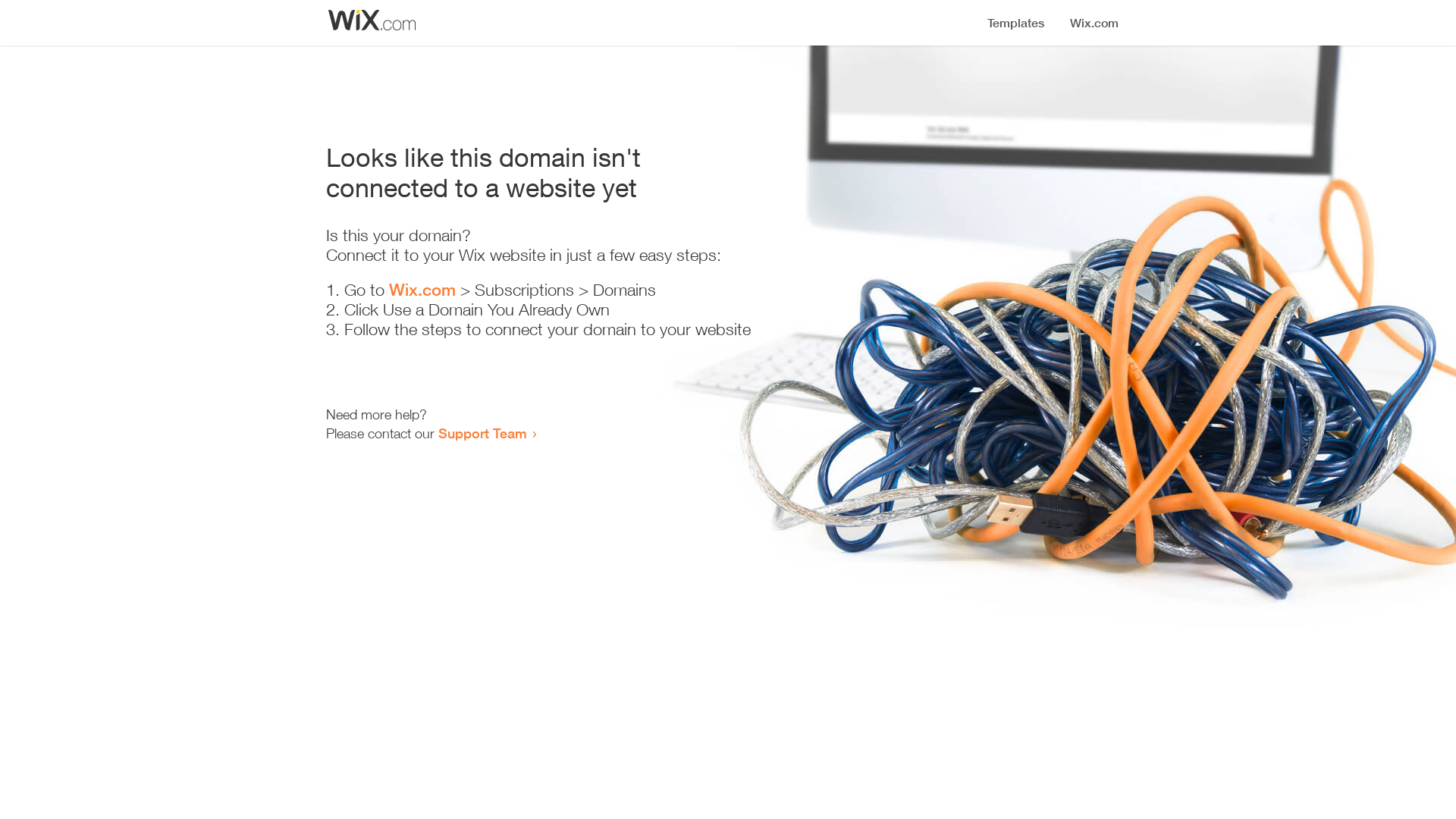 Image resolution: width=1456 pixels, height=819 pixels. Describe the element at coordinates (482, 432) in the screenshot. I see `'Support Team'` at that location.